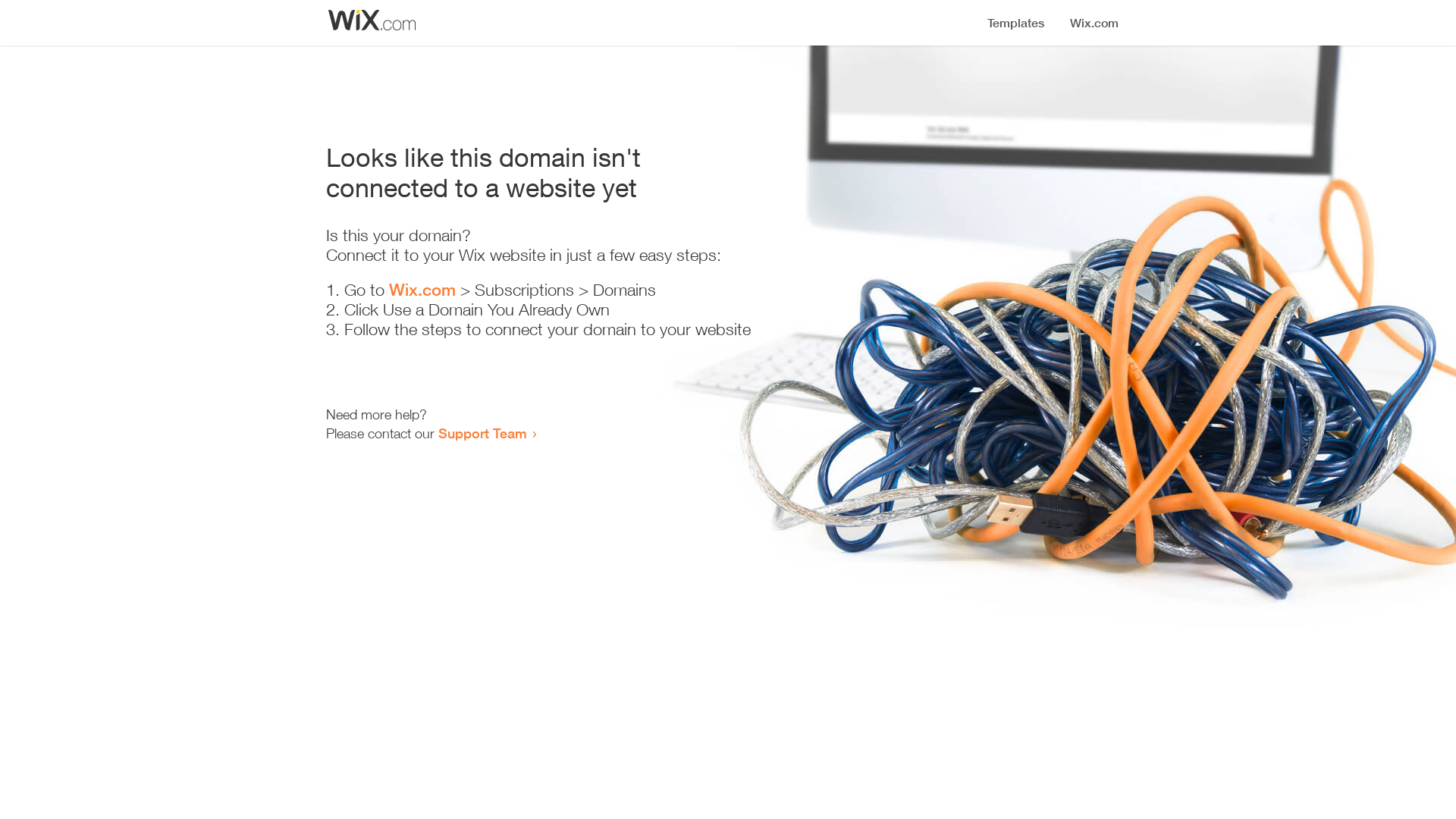 Image resolution: width=1456 pixels, height=819 pixels. Describe the element at coordinates (482, 432) in the screenshot. I see `'Support Team'` at that location.